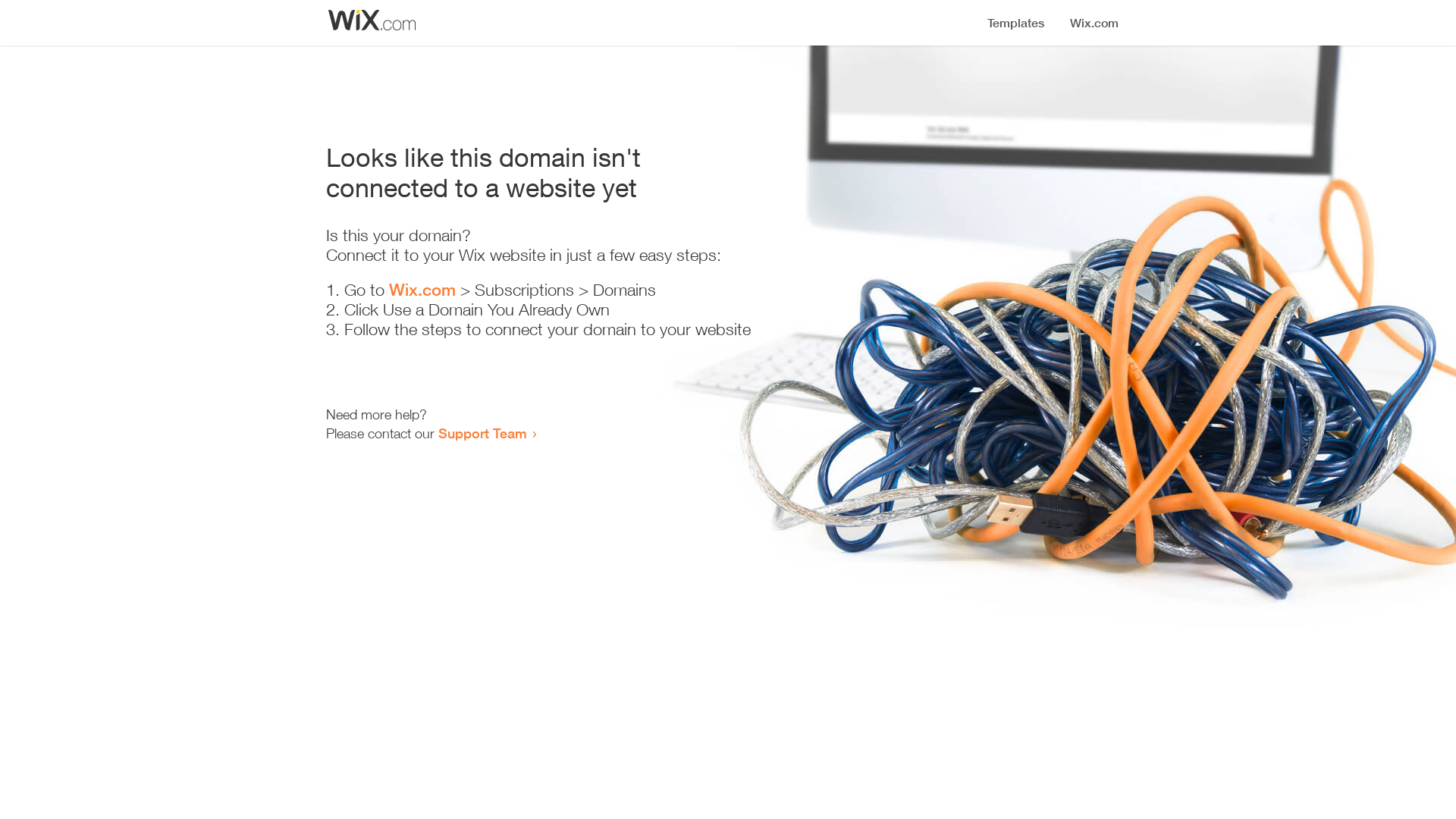 Image resolution: width=1456 pixels, height=819 pixels. Describe the element at coordinates (482, 432) in the screenshot. I see `'Support Team'` at that location.